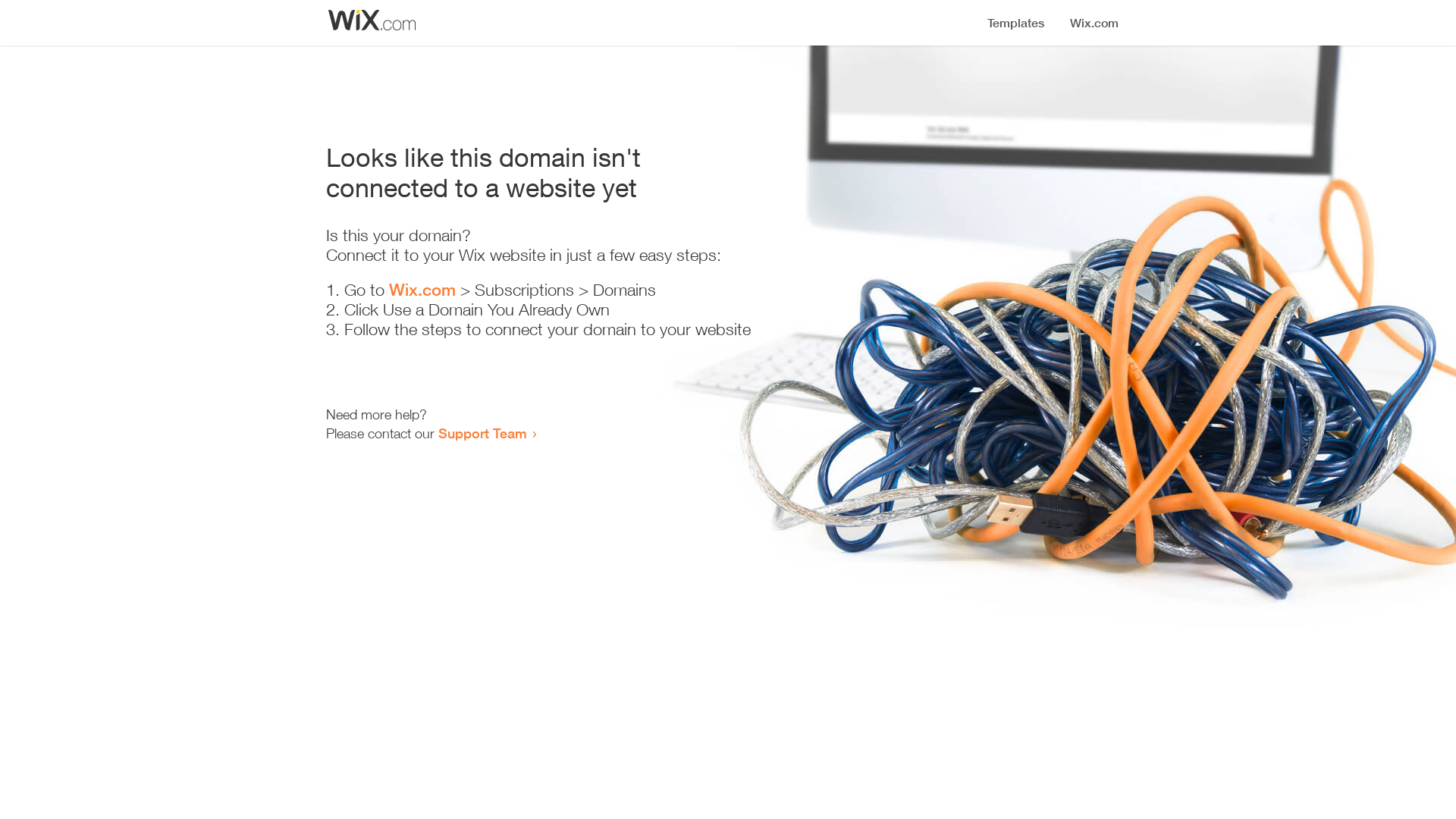 Image resolution: width=1456 pixels, height=819 pixels. Describe the element at coordinates (482, 432) in the screenshot. I see `'Support Team'` at that location.